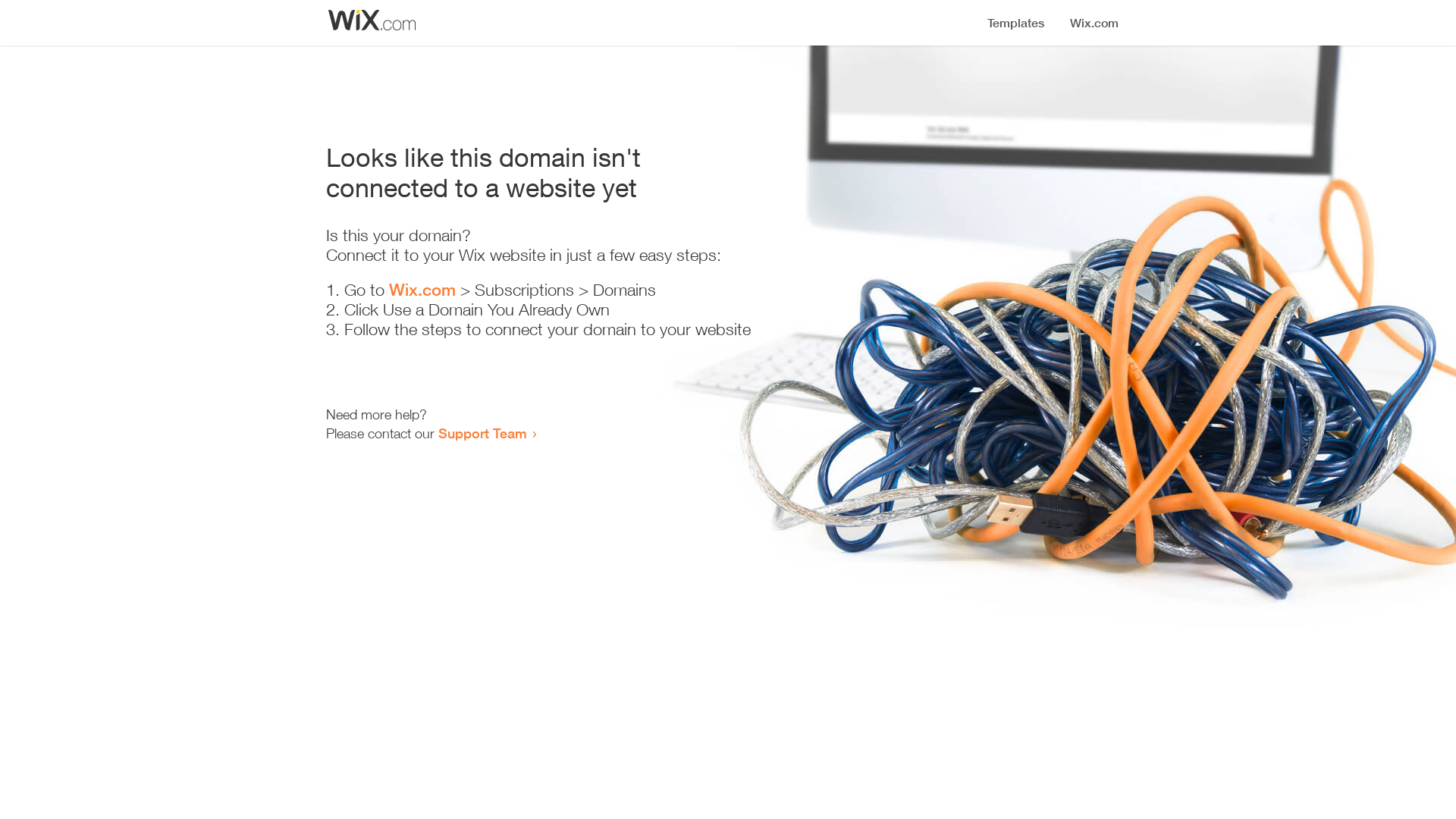 Image resolution: width=1456 pixels, height=819 pixels. Describe the element at coordinates (482, 432) in the screenshot. I see `'Support Team'` at that location.